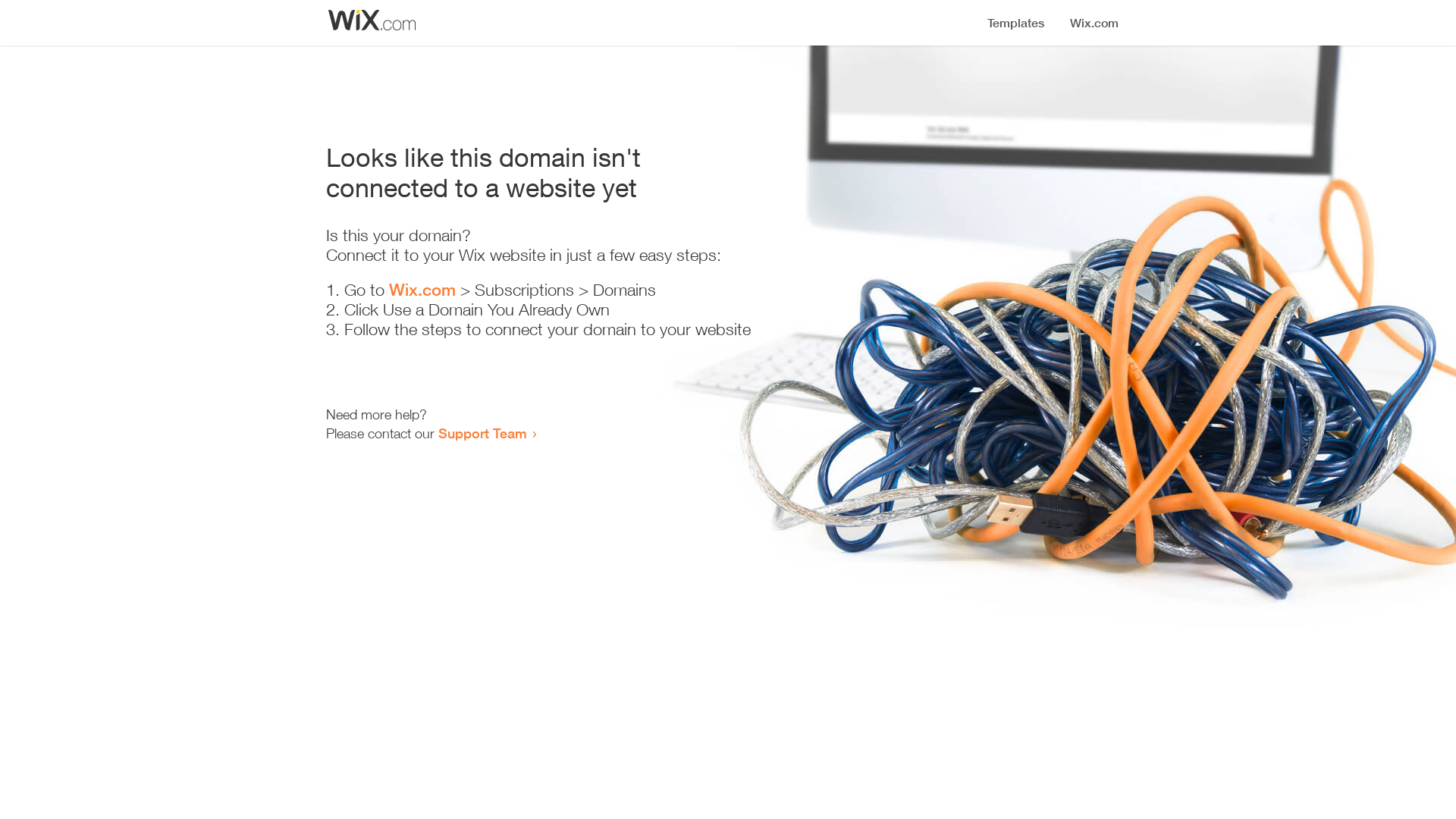 Image resolution: width=1456 pixels, height=819 pixels. Describe the element at coordinates (482, 432) in the screenshot. I see `'Support Team'` at that location.